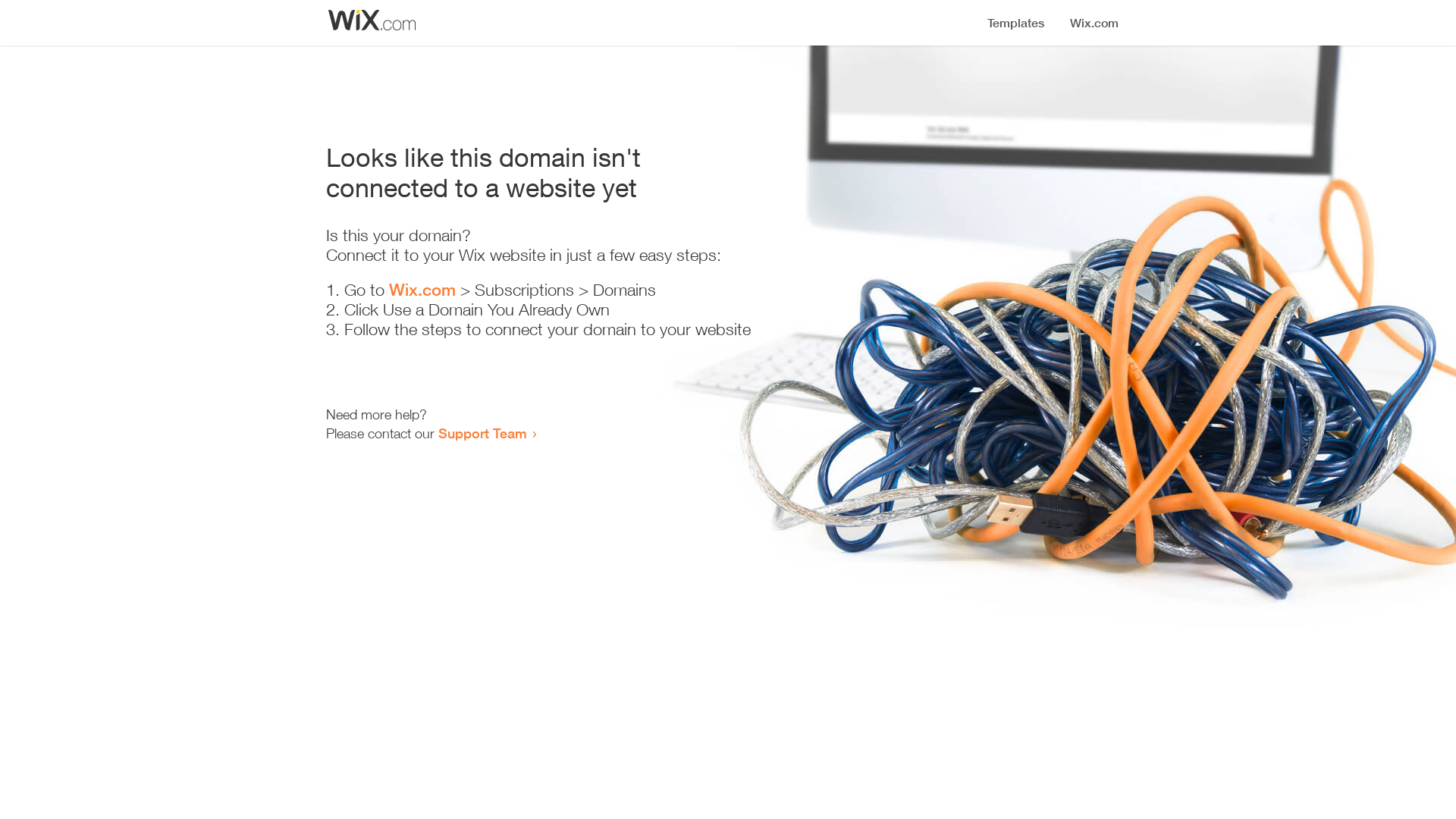 Image resolution: width=1456 pixels, height=819 pixels. Describe the element at coordinates (482, 432) in the screenshot. I see `'Support Team'` at that location.